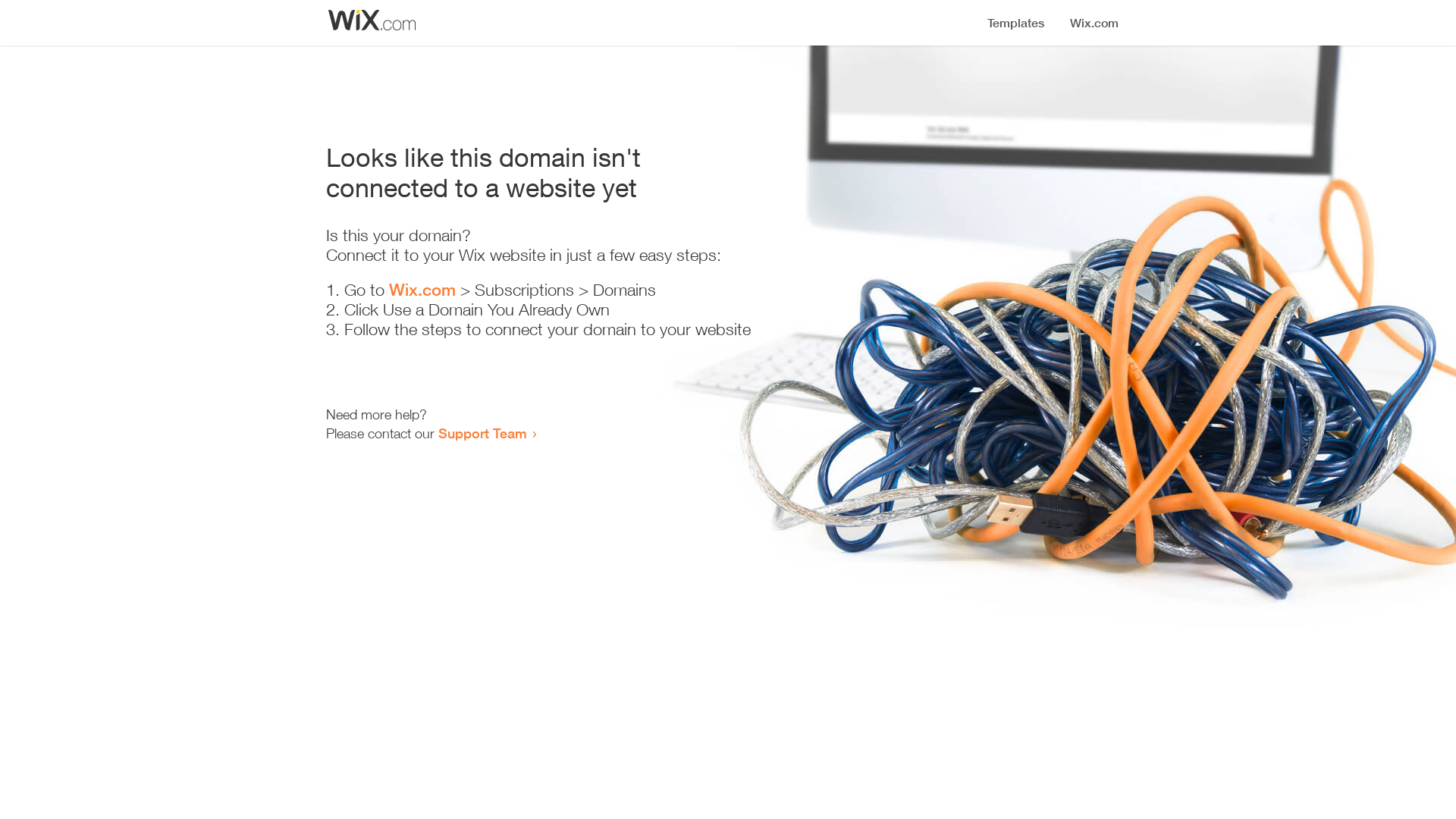 Image resolution: width=1456 pixels, height=819 pixels. Describe the element at coordinates (482, 432) in the screenshot. I see `'Support Team'` at that location.